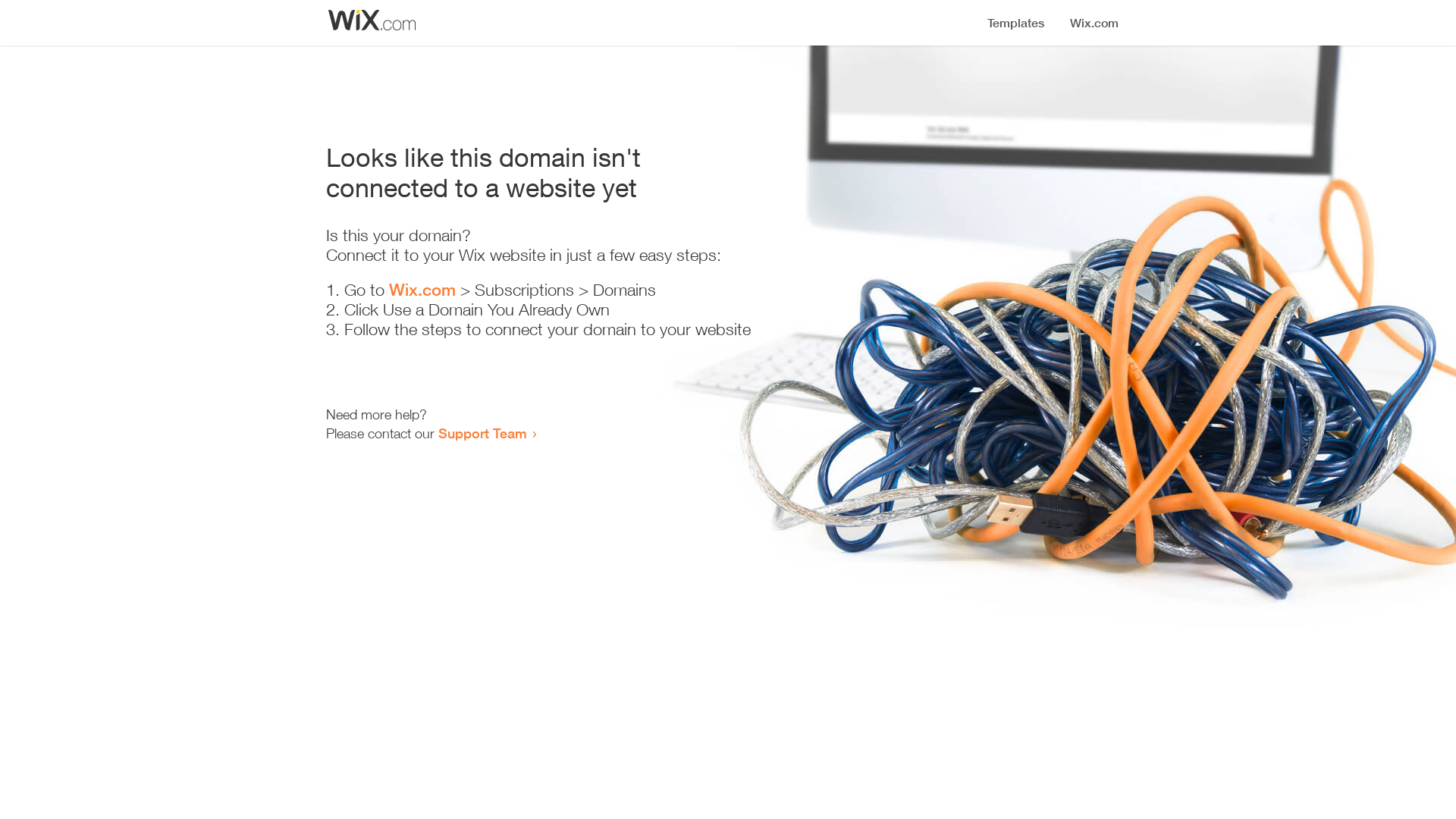 Image resolution: width=1456 pixels, height=819 pixels. Describe the element at coordinates (482, 432) in the screenshot. I see `'Support Team'` at that location.